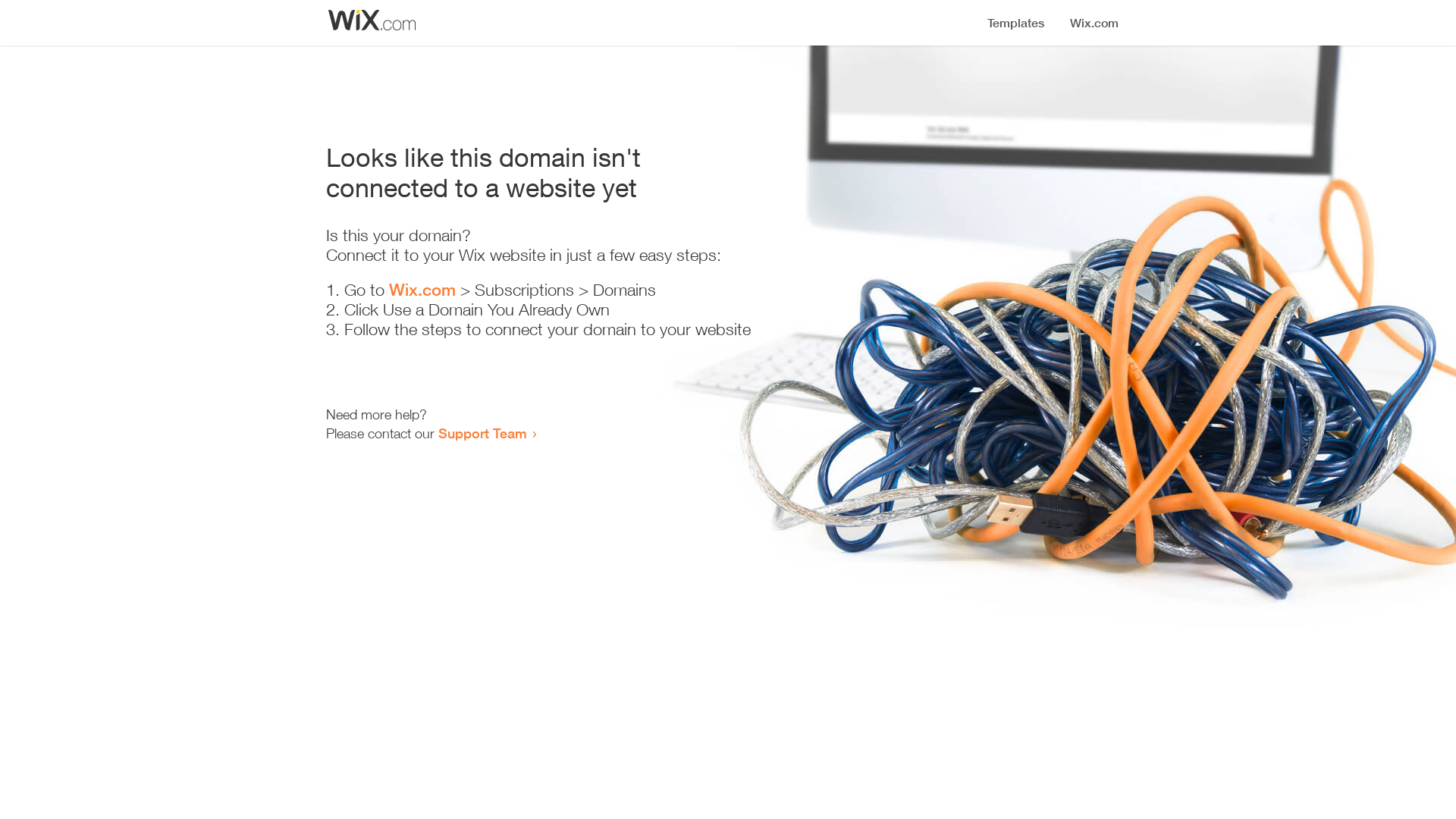 Image resolution: width=1456 pixels, height=819 pixels. Describe the element at coordinates (482, 432) in the screenshot. I see `'Support Team'` at that location.